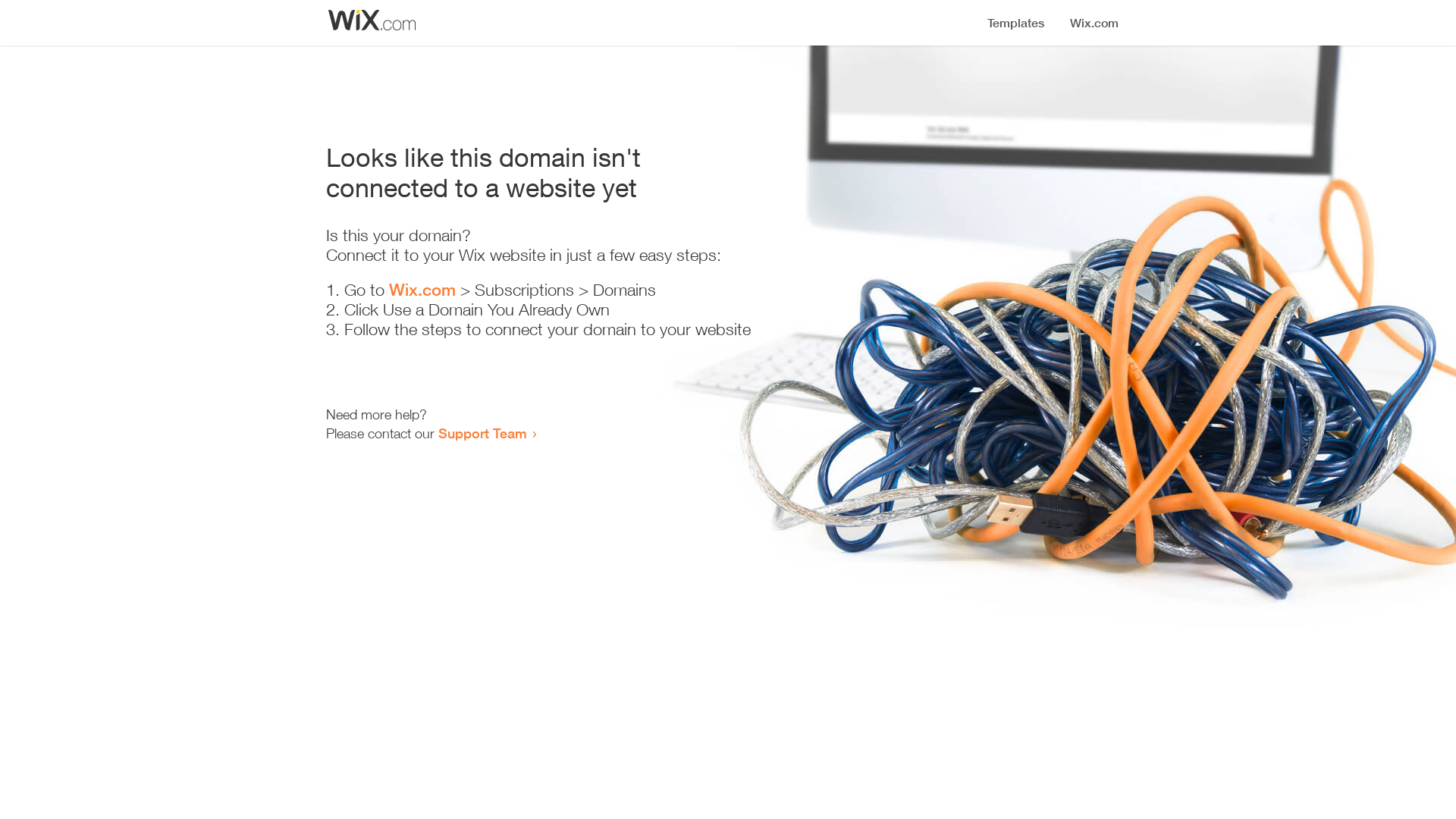 Image resolution: width=1456 pixels, height=819 pixels. Describe the element at coordinates (482, 432) in the screenshot. I see `'Support Team'` at that location.